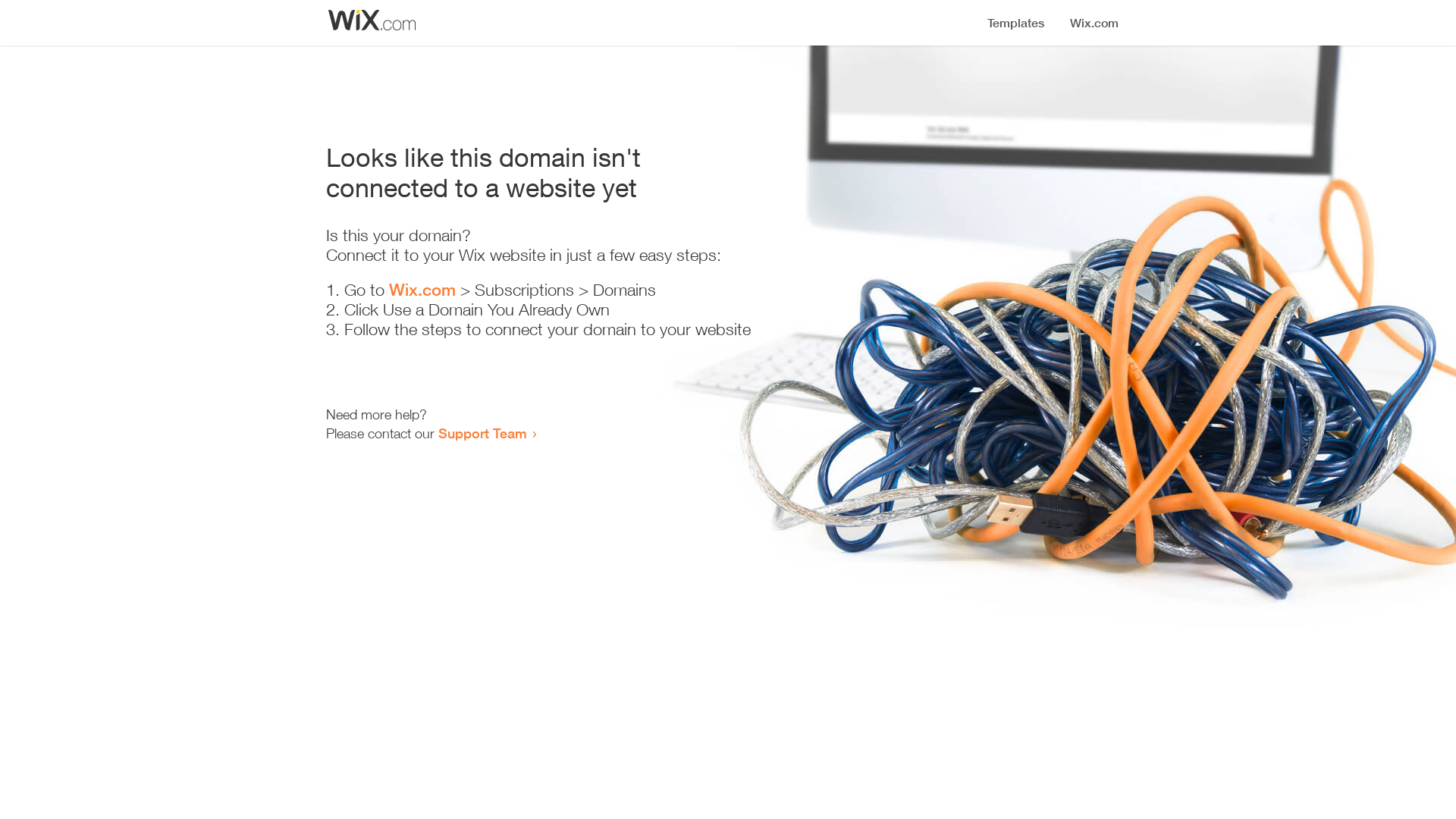 Image resolution: width=1456 pixels, height=819 pixels. Describe the element at coordinates (482, 432) in the screenshot. I see `'Support Team'` at that location.